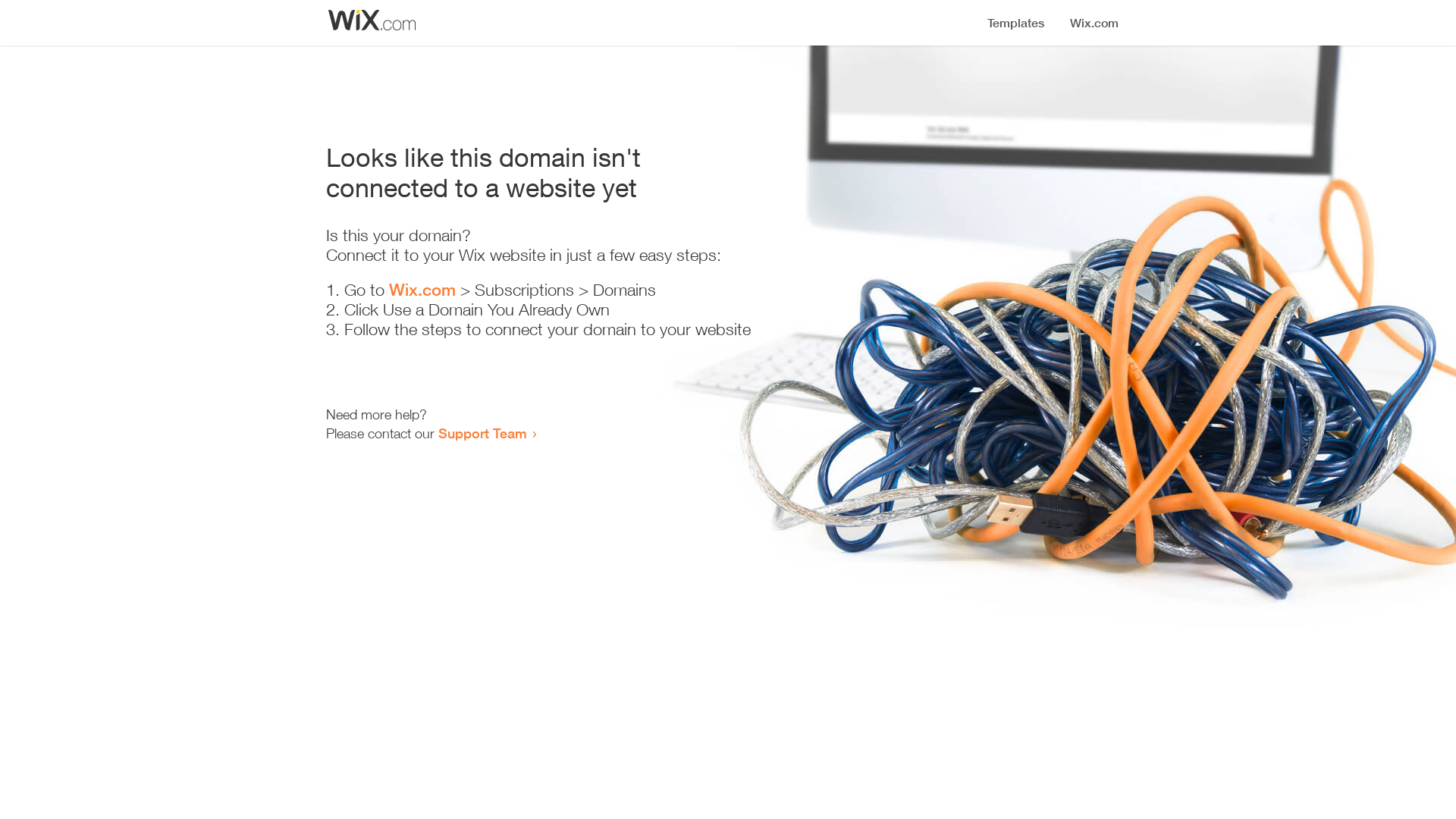 Image resolution: width=1456 pixels, height=819 pixels. Describe the element at coordinates (482, 432) in the screenshot. I see `'Support Team'` at that location.